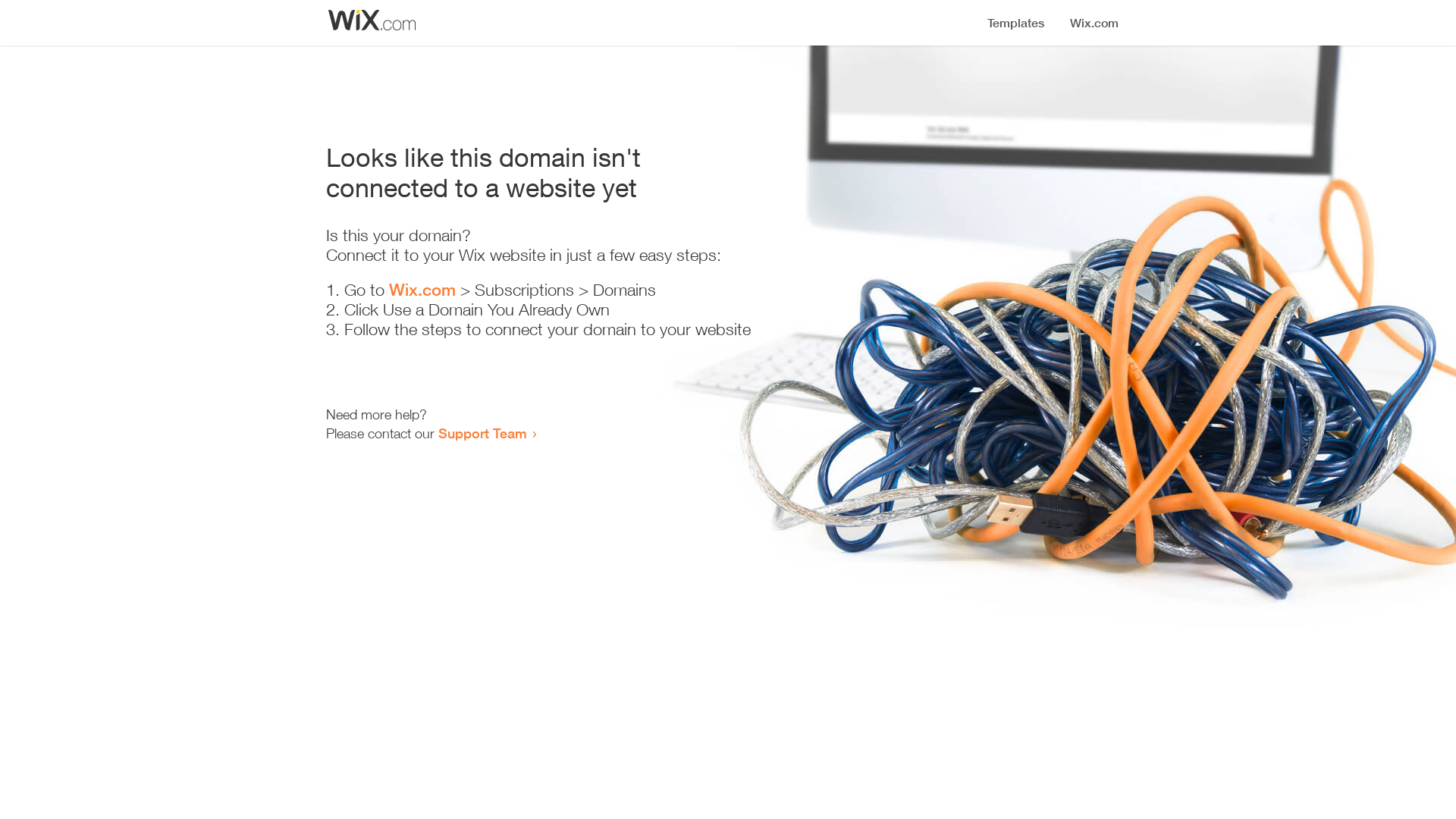 Image resolution: width=1456 pixels, height=819 pixels. Describe the element at coordinates (482, 432) in the screenshot. I see `'Support Team'` at that location.